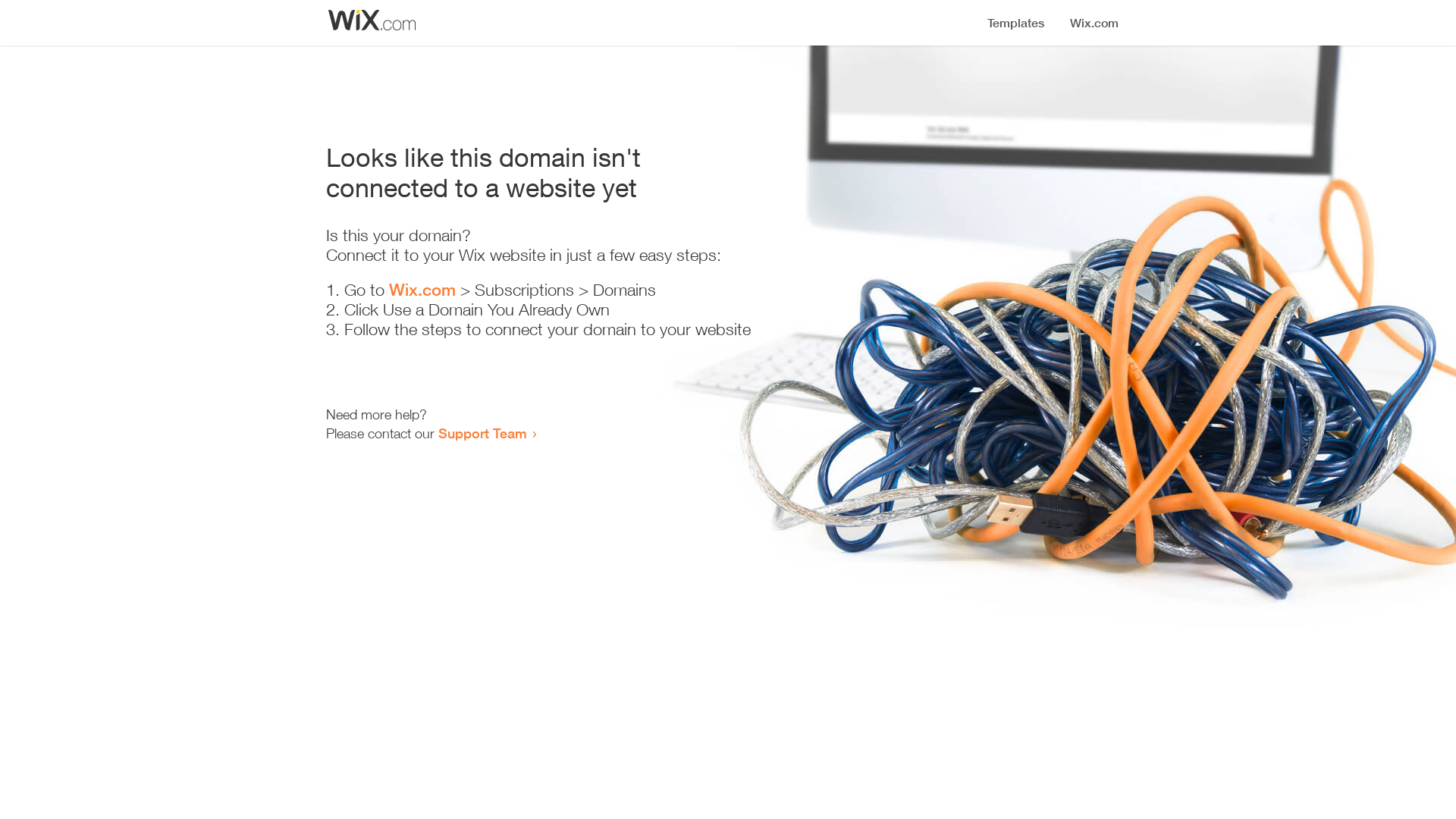 Image resolution: width=1456 pixels, height=819 pixels. Describe the element at coordinates (482, 432) in the screenshot. I see `'Support Team'` at that location.